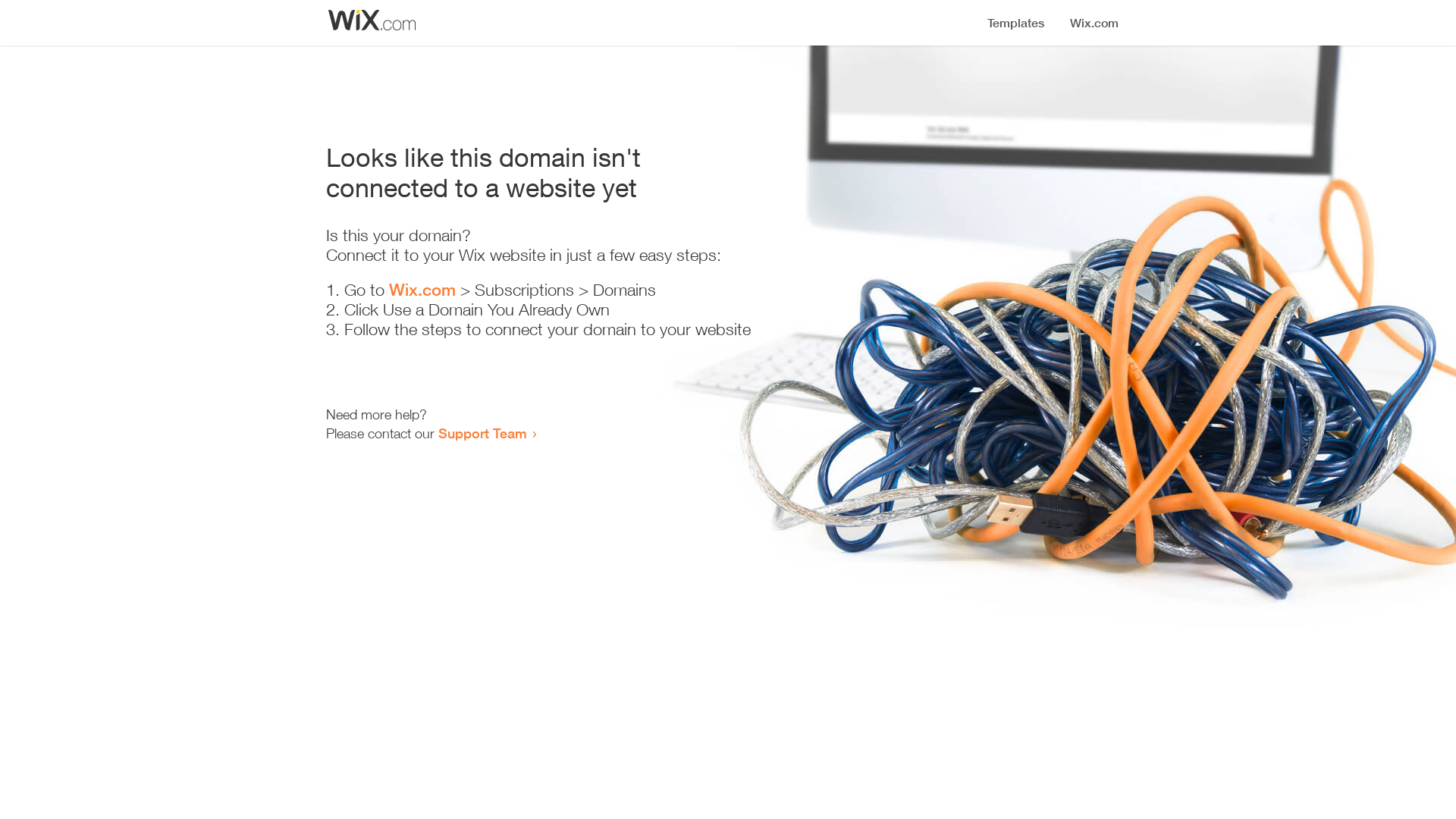 Image resolution: width=1456 pixels, height=819 pixels. Describe the element at coordinates (482, 432) in the screenshot. I see `'Support Team'` at that location.